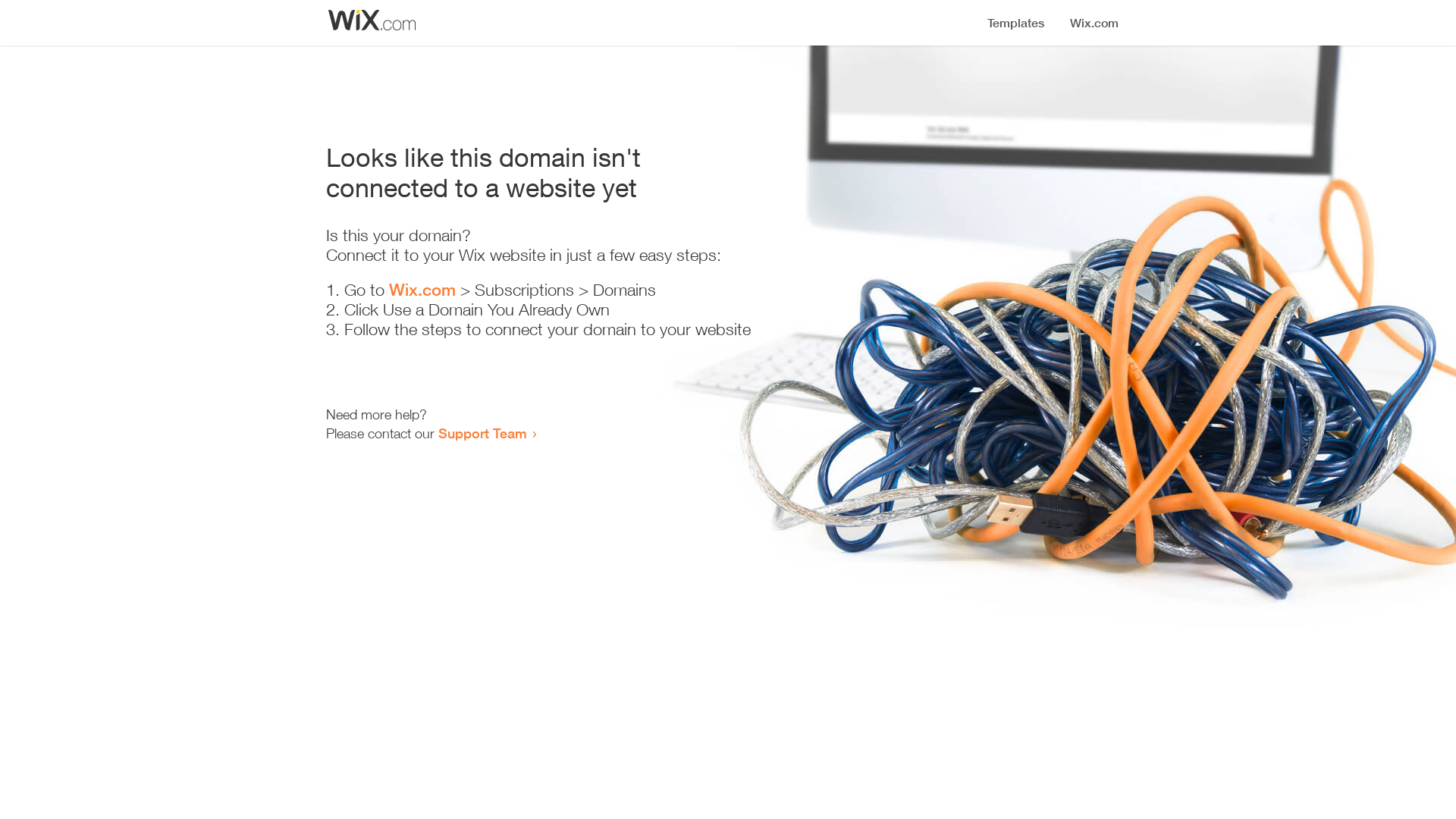 Image resolution: width=1456 pixels, height=819 pixels. Describe the element at coordinates (482, 432) in the screenshot. I see `'Support Team'` at that location.